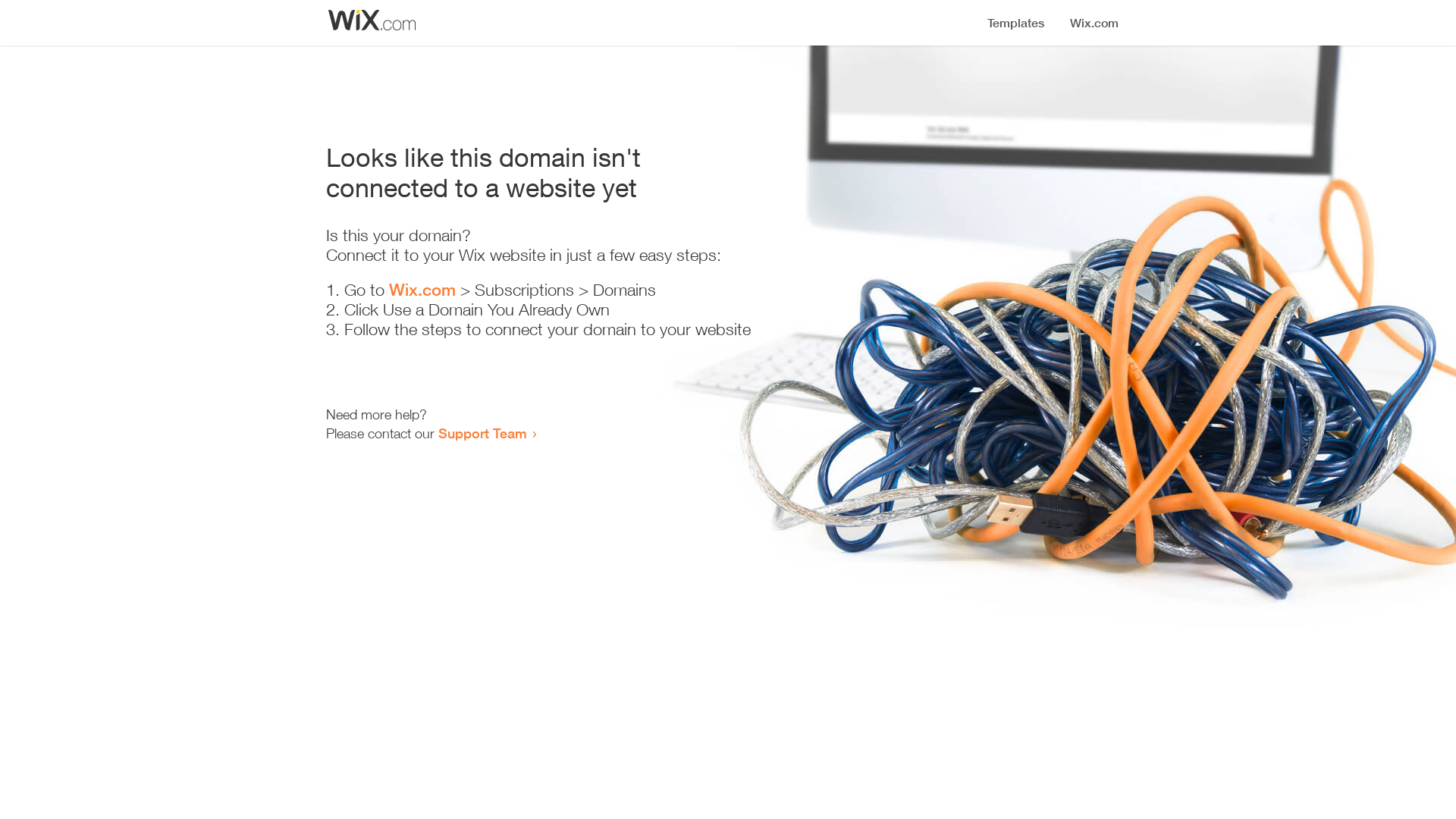 Image resolution: width=1456 pixels, height=819 pixels. Describe the element at coordinates (482, 432) in the screenshot. I see `'Support Team'` at that location.